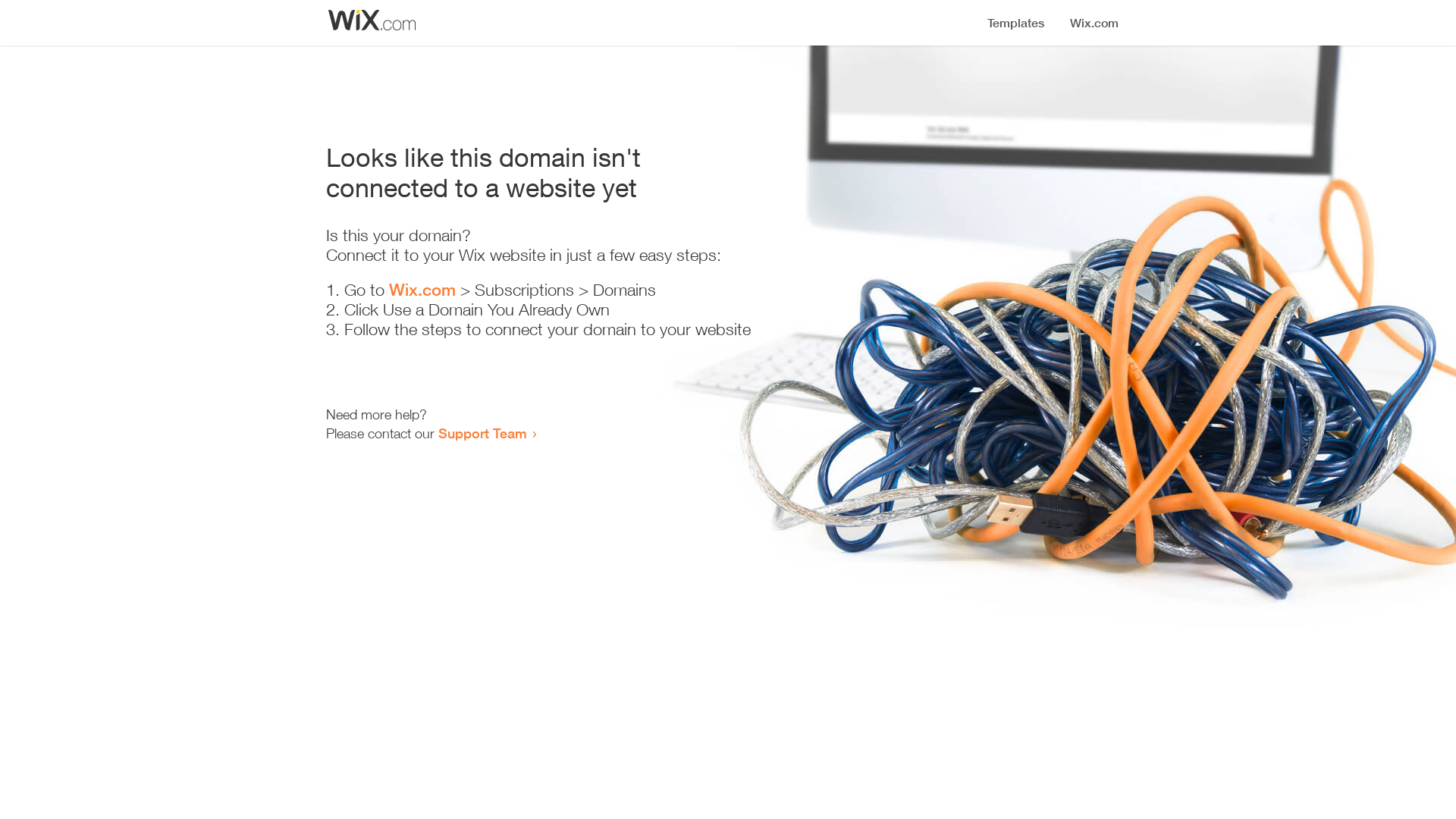 Image resolution: width=1456 pixels, height=819 pixels. Describe the element at coordinates (482, 432) in the screenshot. I see `'Support Team'` at that location.